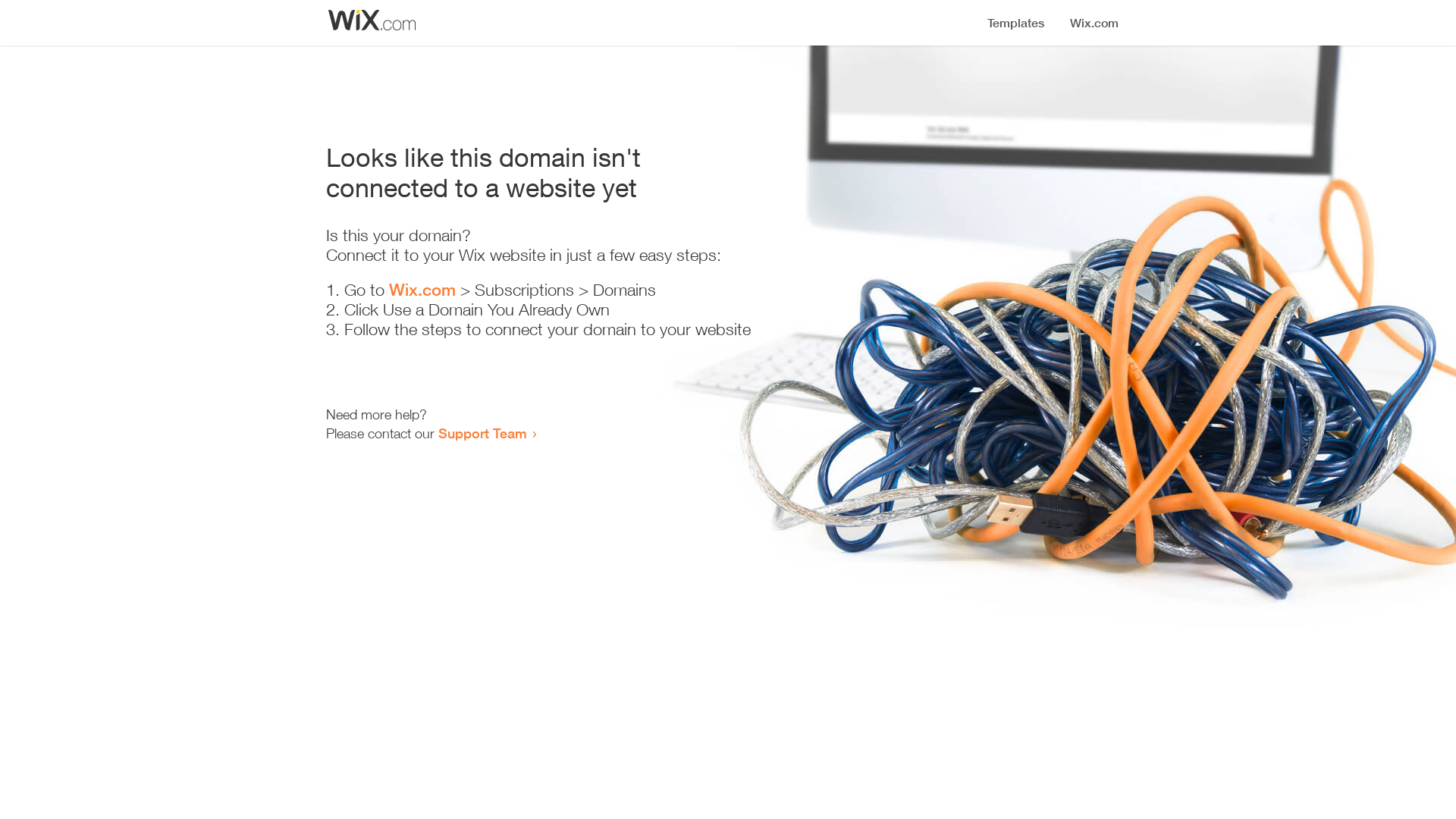 Image resolution: width=1456 pixels, height=819 pixels. Describe the element at coordinates (482, 432) in the screenshot. I see `'Support Team'` at that location.